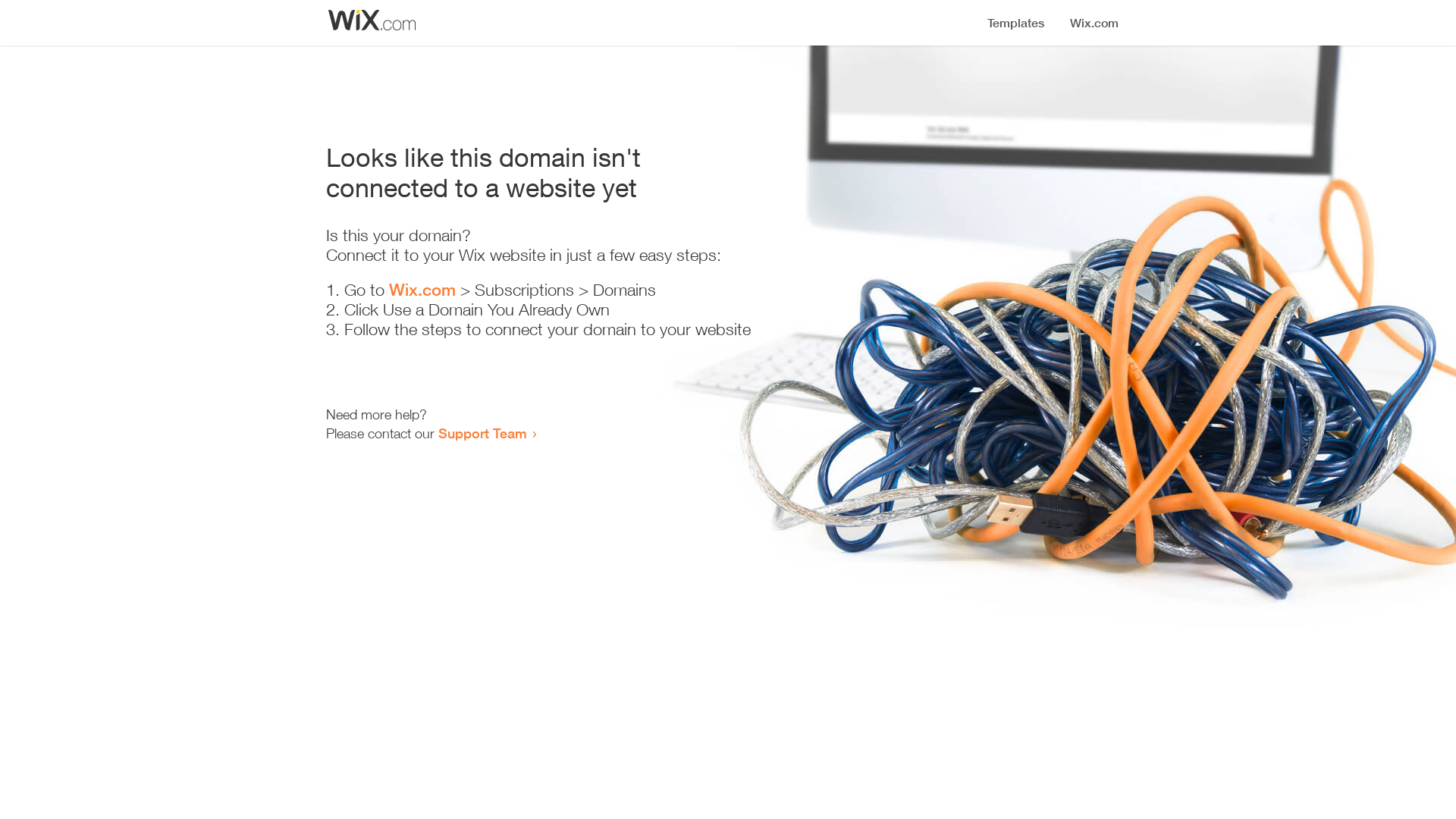 Image resolution: width=1456 pixels, height=819 pixels. Describe the element at coordinates (482, 432) in the screenshot. I see `'Support Team'` at that location.